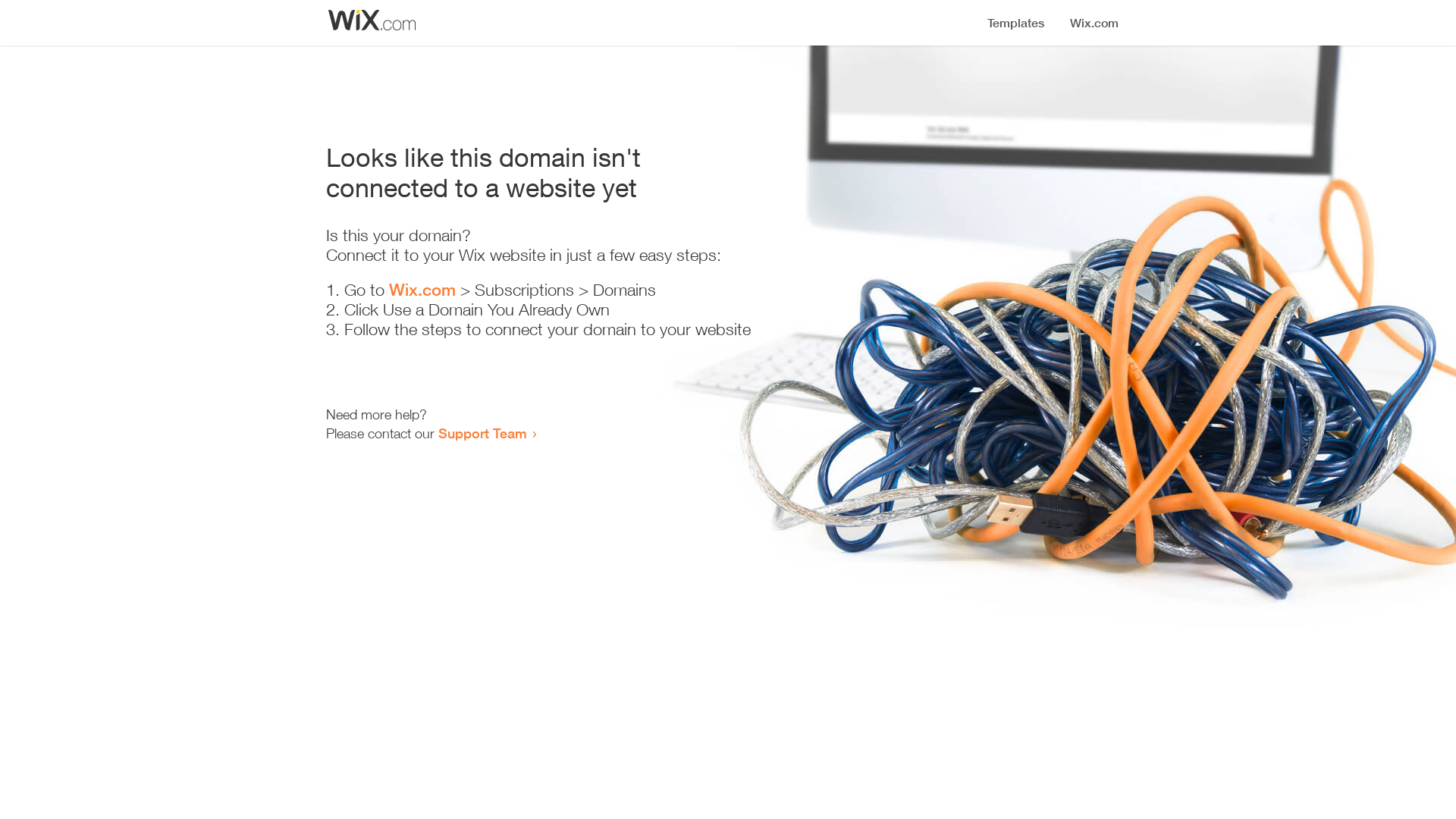 Image resolution: width=1456 pixels, height=819 pixels. Describe the element at coordinates (482, 432) in the screenshot. I see `'Support Team'` at that location.